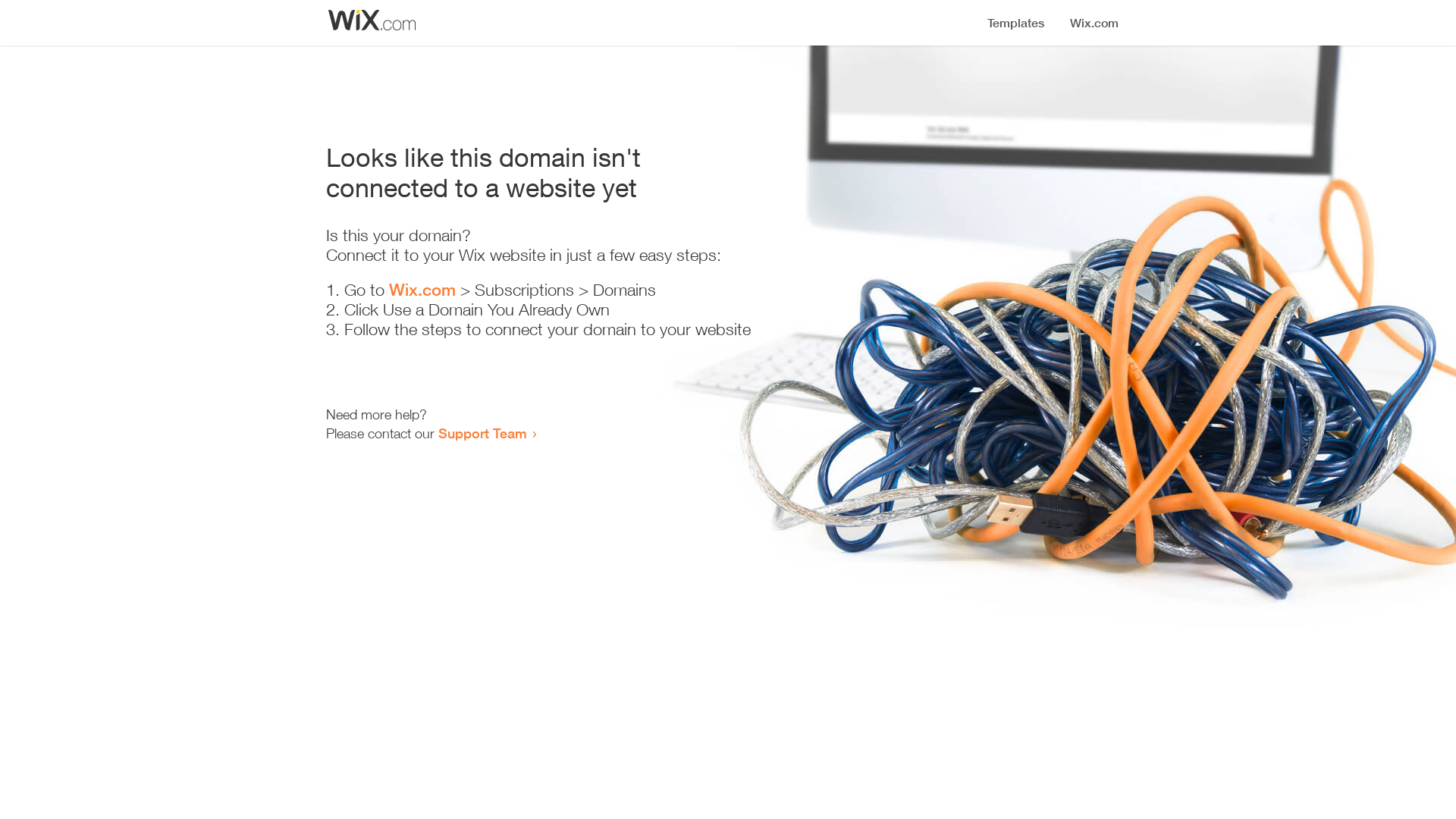 Image resolution: width=1456 pixels, height=819 pixels. Describe the element at coordinates (482, 432) in the screenshot. I see `'Support Team'` at that location.